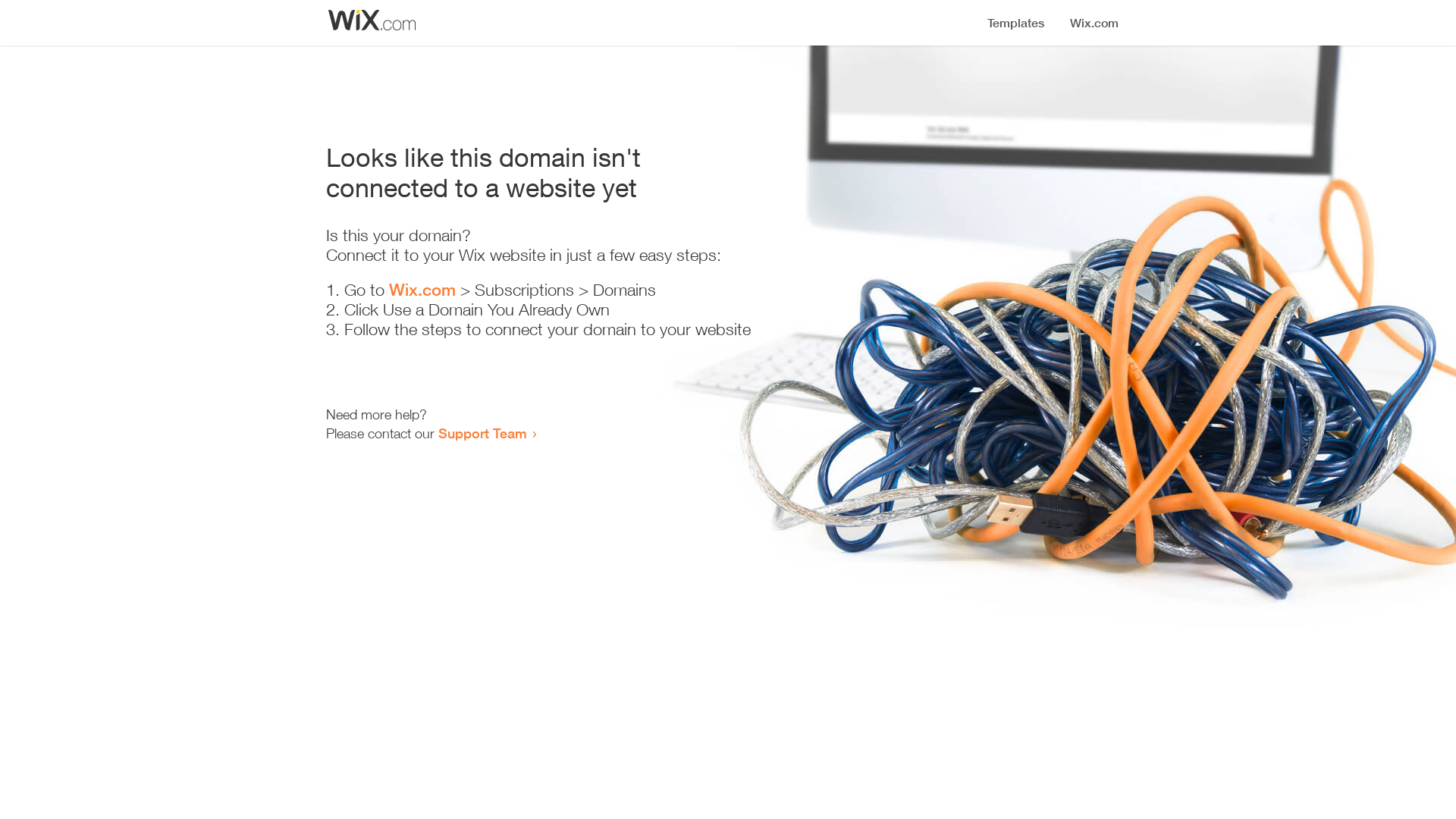 Image resolution: width=1456 pixels, height=819 pixels. Describe the element at coordinates (482, 432) in the screenshot. I see `'Support Team'` at that location.